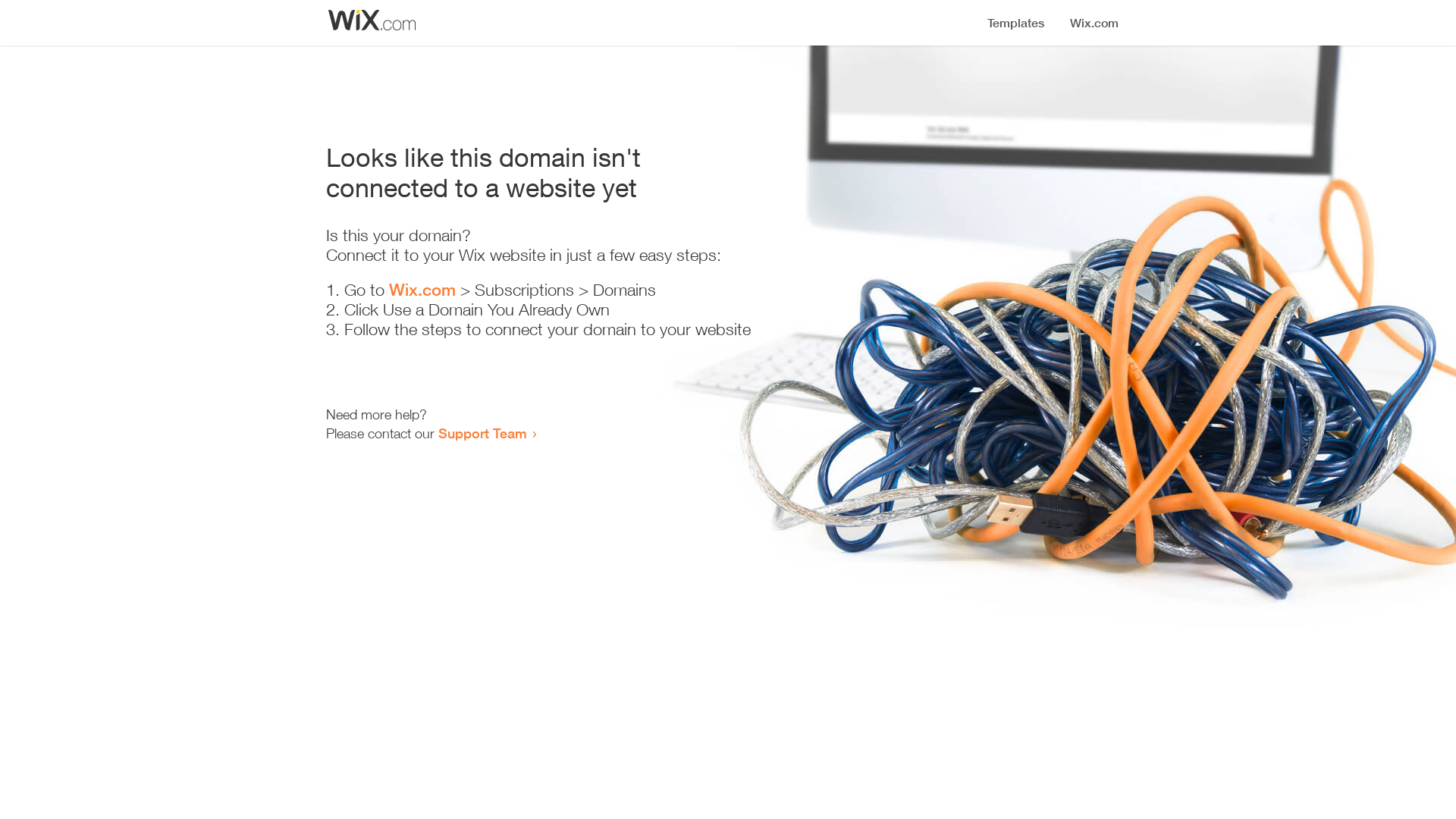 Image resolution: width=1456 pixels, height=819 pixels. Describe the element at coordinates (482, 432) in the screenshot. I see `'Support Team'` at that location.